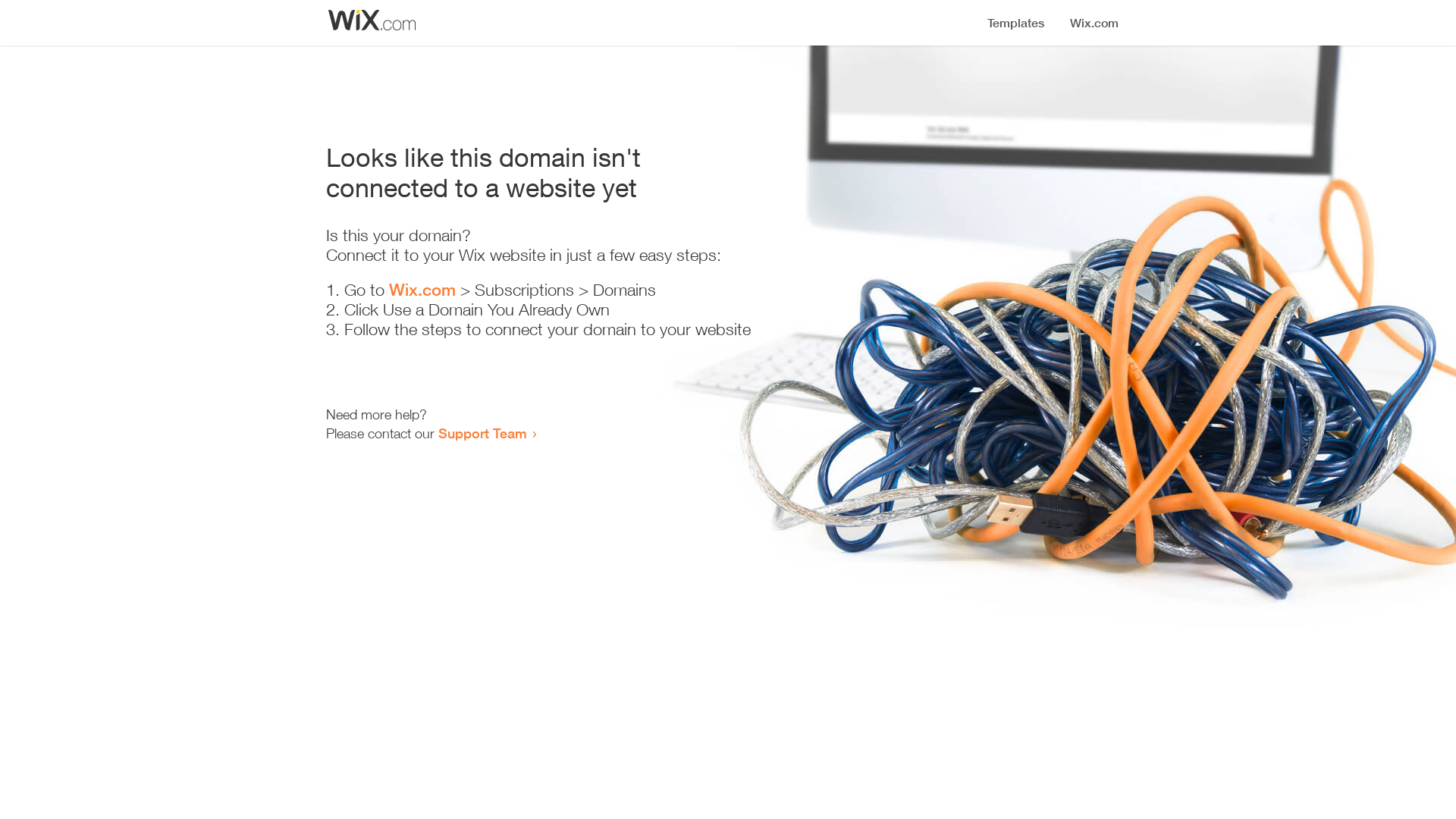 Image resolution: width=1456 pixels, height=819 pixels. Describe the element at coordinates (482, 432) in the screenshot. I see `'Support Team'` at that location.